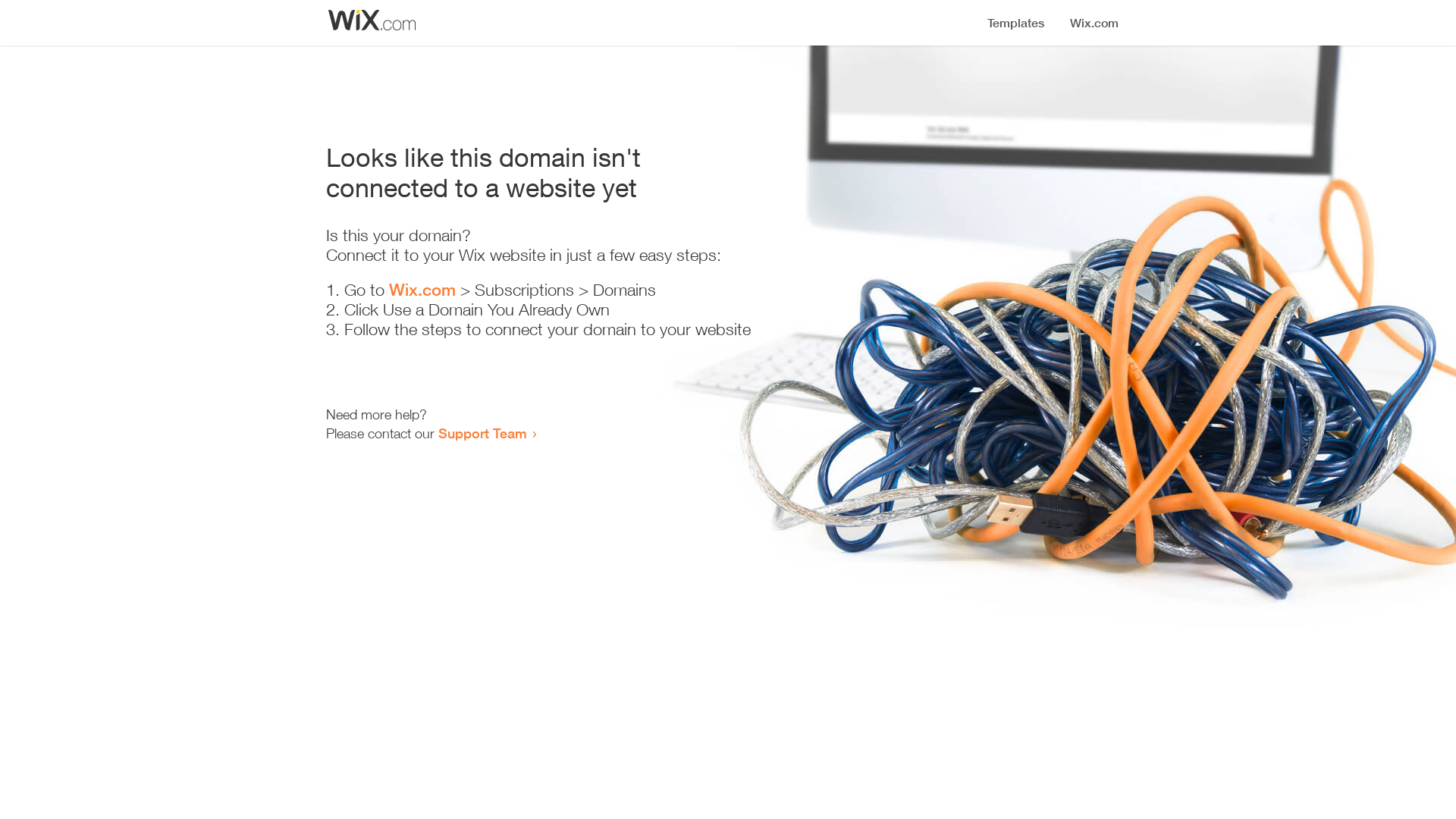 Image resolution: width=1456 pixels, height=819 pixels. Describe the element at coordinates (482, 432) in the screenshot. I see `'Support Team'` at that location.